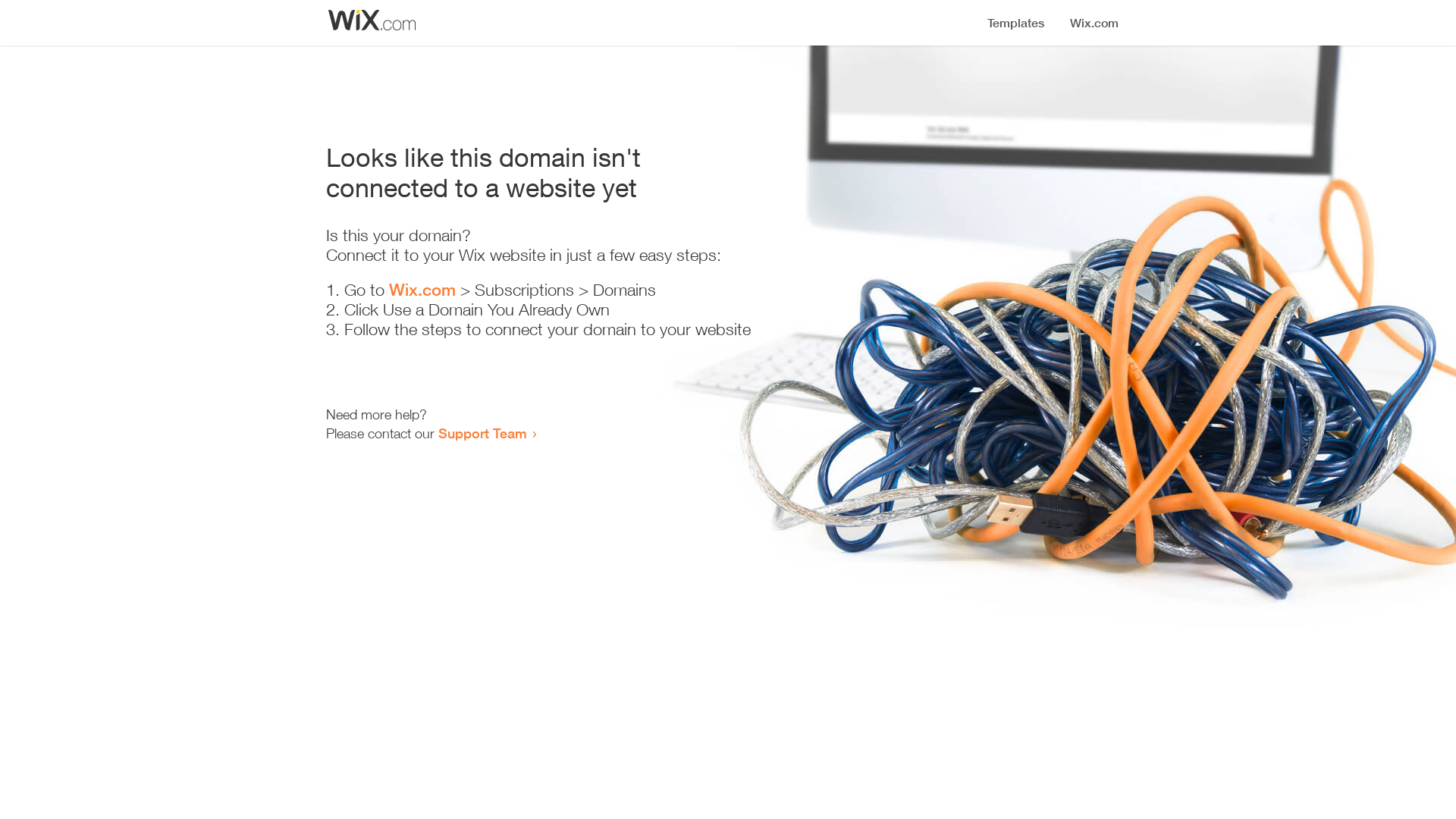 Image resolution: width=1456 pixels, height=819 pixels. Describe the element at coordinates (482, 432) in the screenshot. I see `'Support Team'` at that location.